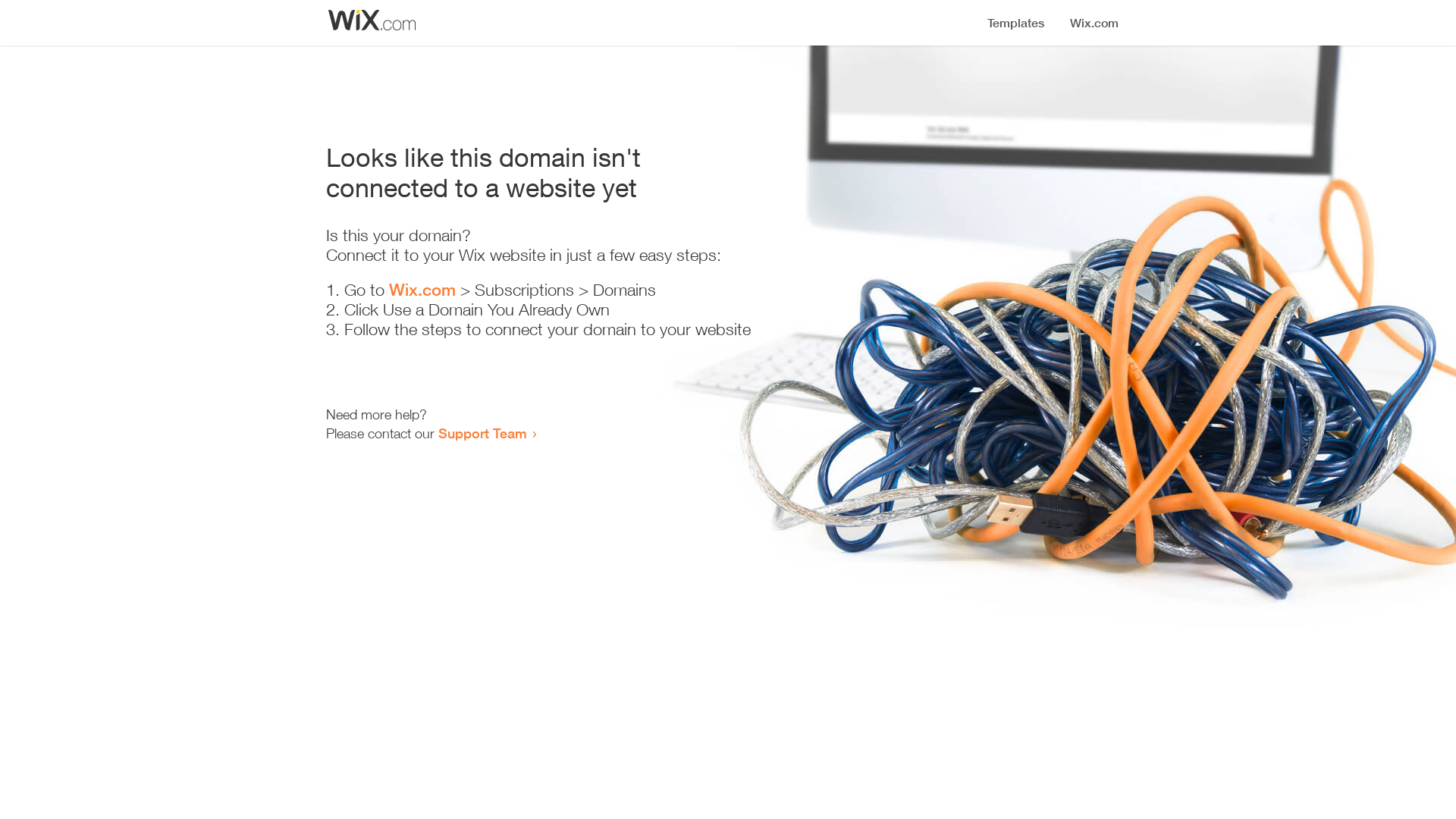 Image resolution: width=1456 pixels, height=819 pixels. Describe the element at coordinates (482, 432) in the screenshot. I see `'Support Team'` at that location.